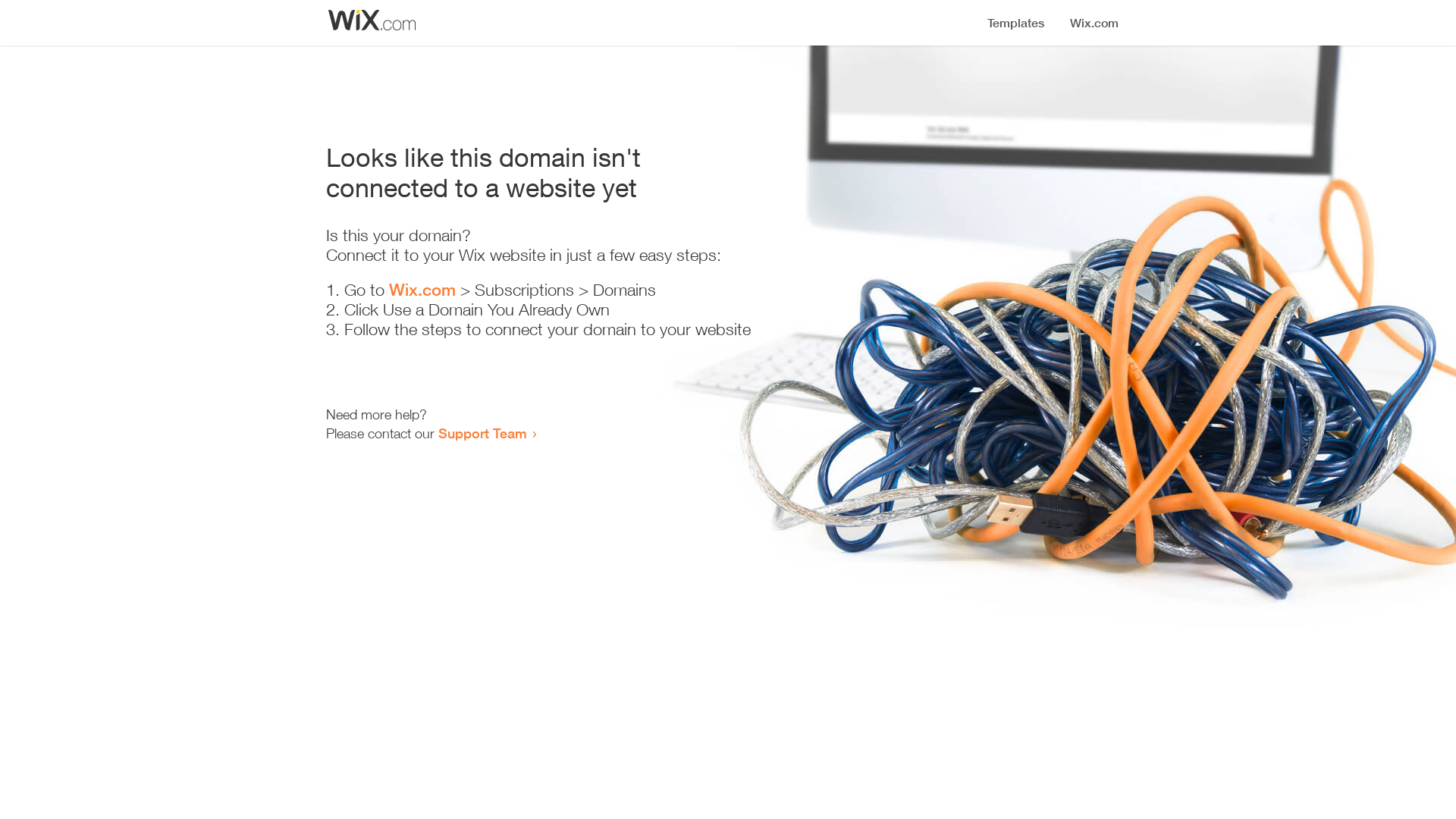 Image resolution: width=1456 pixels, height=819 pixels. Describe the element at coordinates (482, 432) in the screenshot. I see `'Support Team'` at that location.